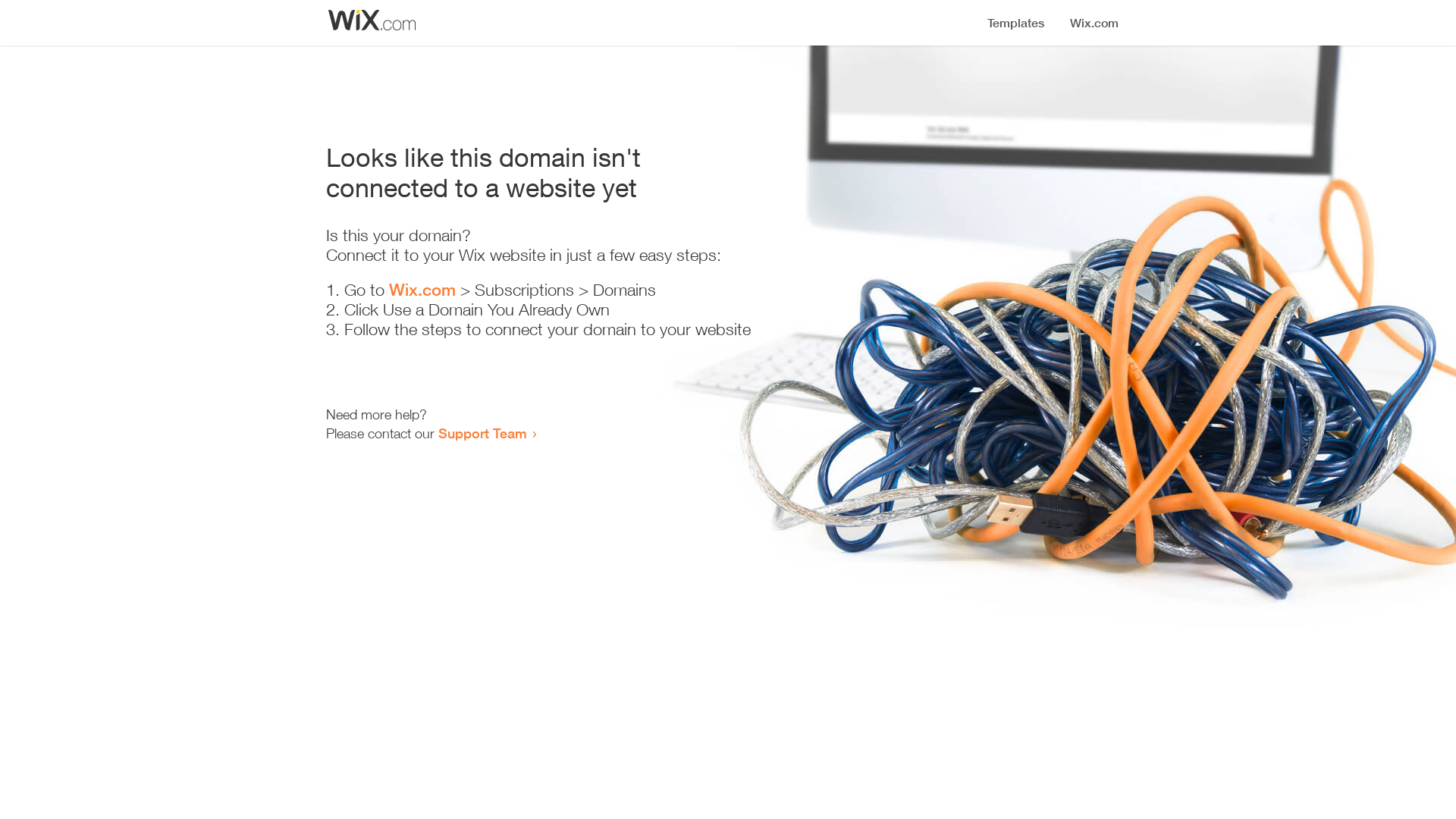 Image resolution: width=1456 pixels, height=819 pixels. Describe the element at coordinates (482, 432) in the screenshot. I see `'Support Team'` at that location.